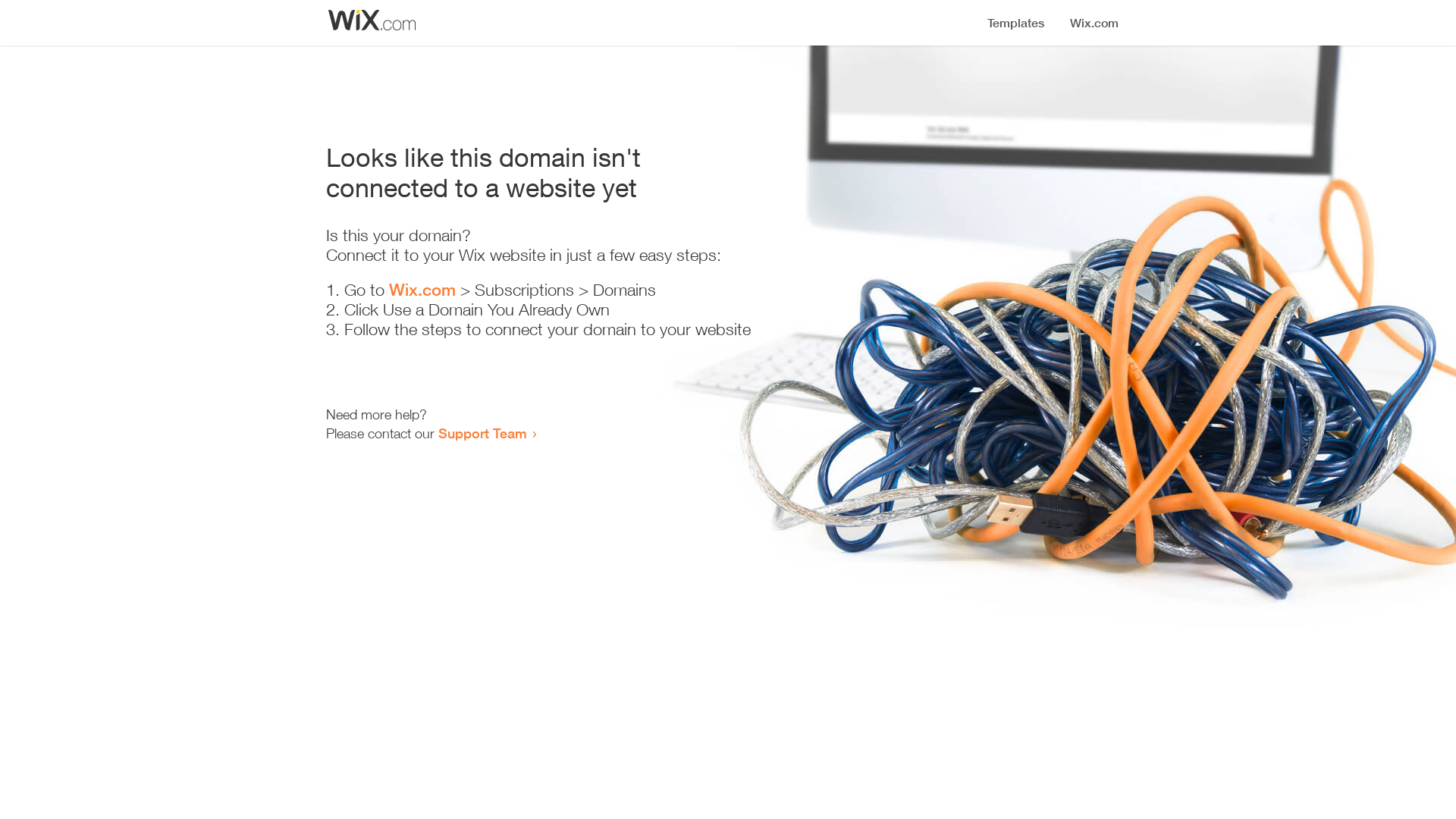 Image resolution: width=1456 pixels, height=819 pixels. Describe the element at coordinates (482, 432) in the screenshot. I see `'Support Team'` at that location.